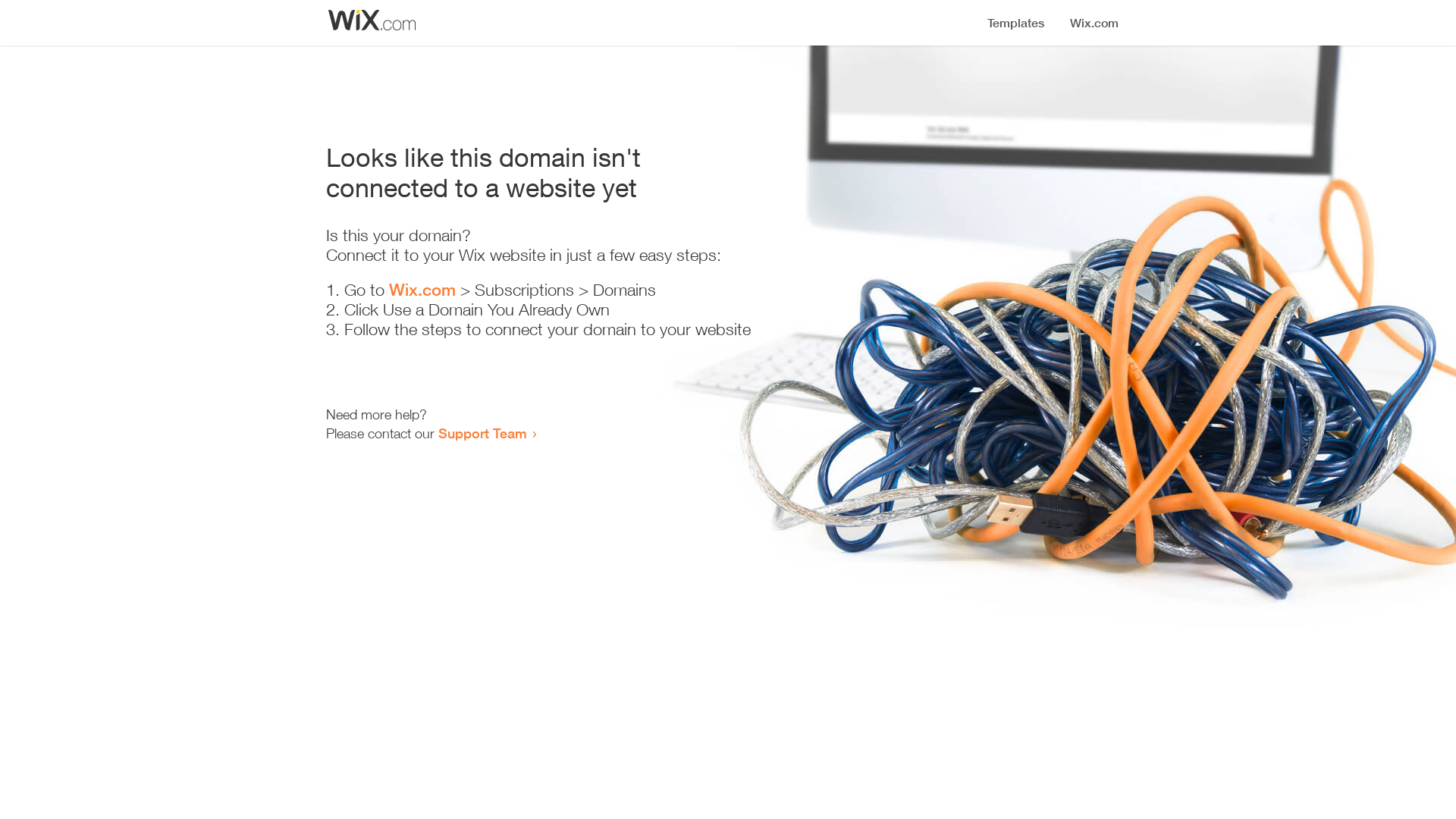 Image resolution: width=1456 pixels, height=819 pixels. Describe the element at coordinates (482, 432) in the screenshot. I see `'Support Team'` at that location.